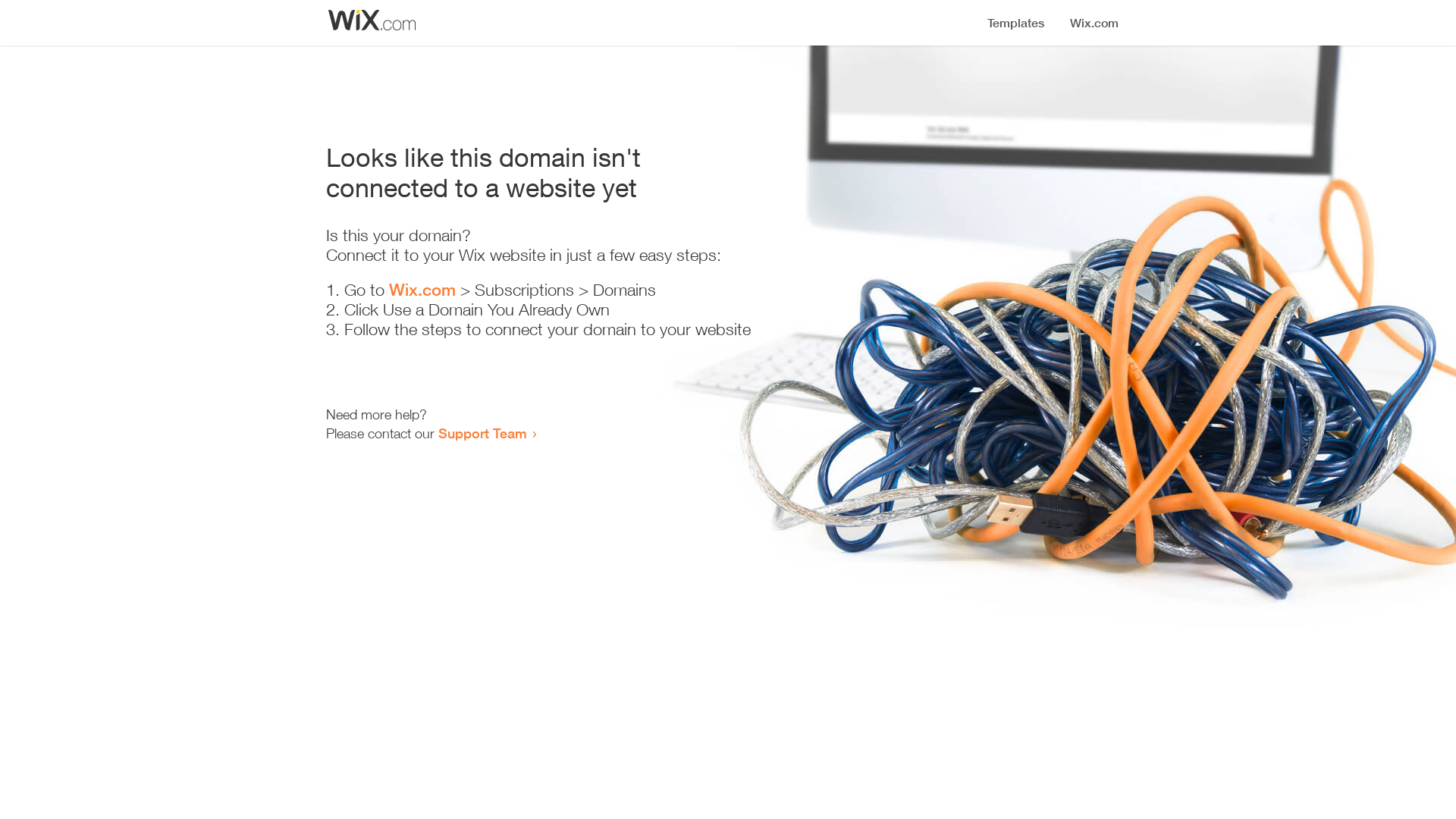 Image resolution: width=1456 pixels, height=819 pixels. Describe the element at coordinates (482, 432) in the screenshot. I see `'Support Team'` at that location.